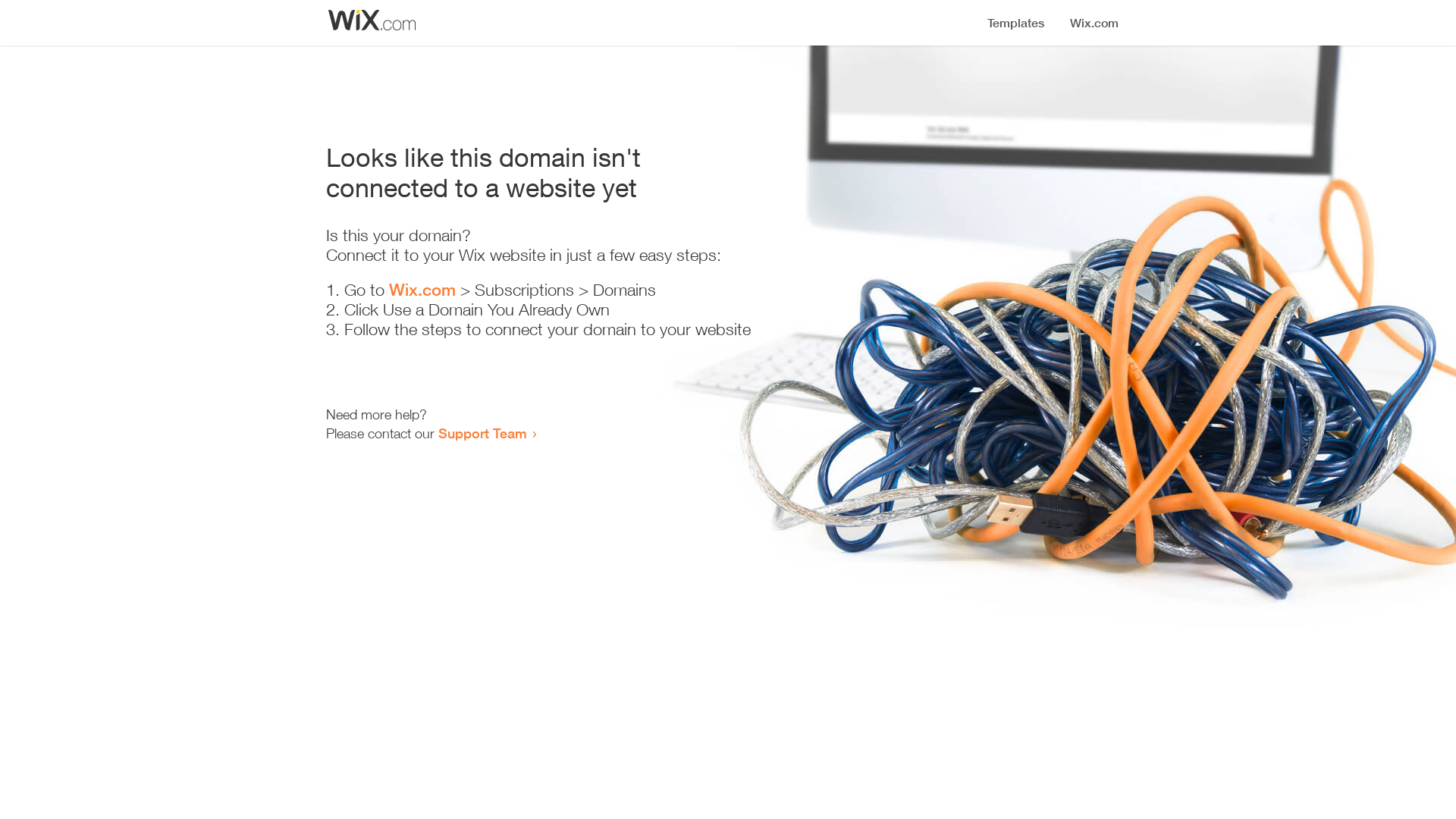 Image resolution: width=1456 pixels, height=819 pixels. Describe the element at coordinates (482, 432) in the screenshot. I see `'Support Team'` at that location.